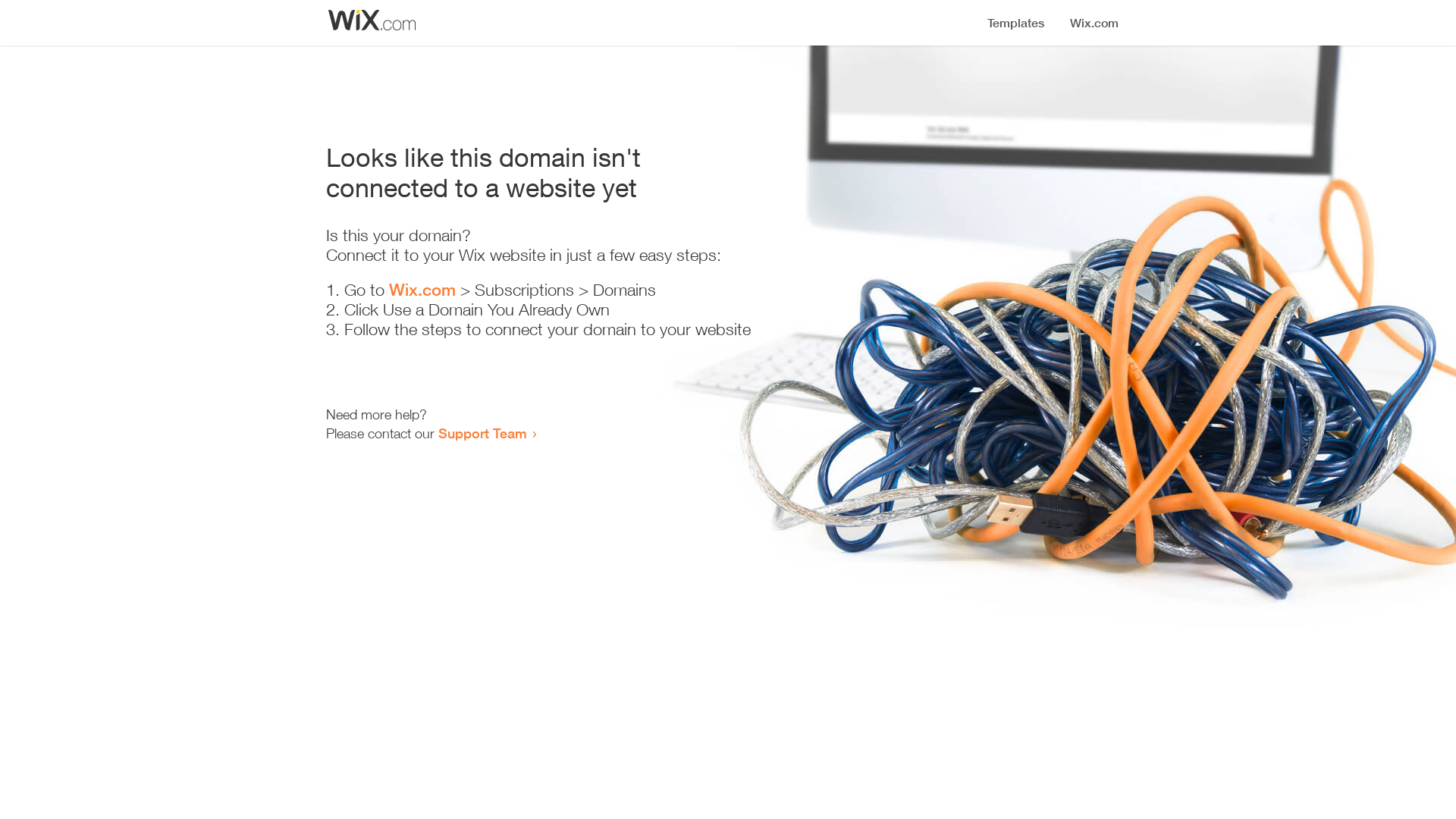 Image resolution: width=1456 pixels, height=819 pixels. Describe the element at coordinates (482, 432) in the screenshot. I see `'Support Team'` at that location.